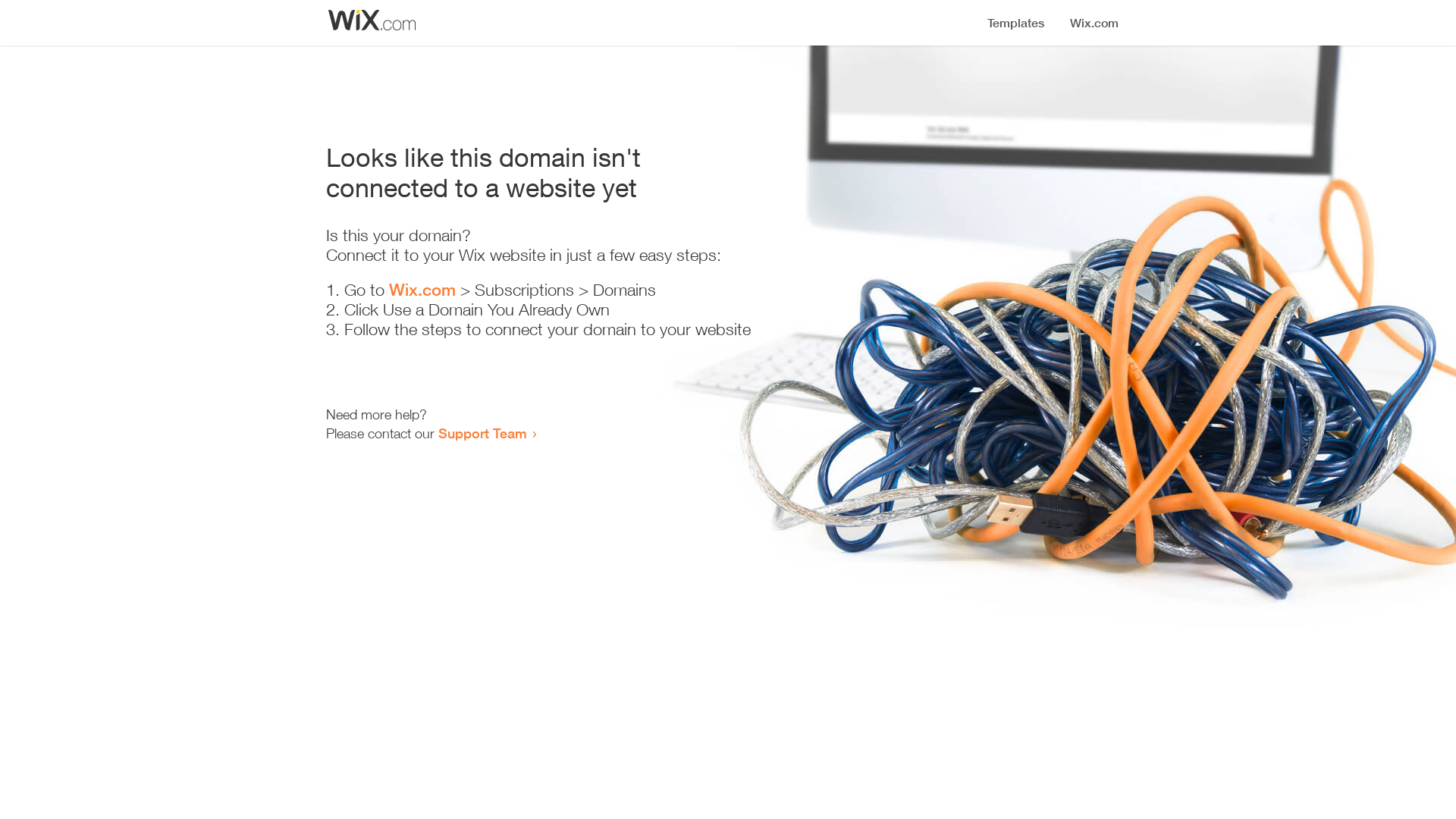 Image resolution: width=1456 pixels, height=819 pixels. Describe the element at coordinates (482, 432) in the screenshot. I see `'Support Team'` at that location.